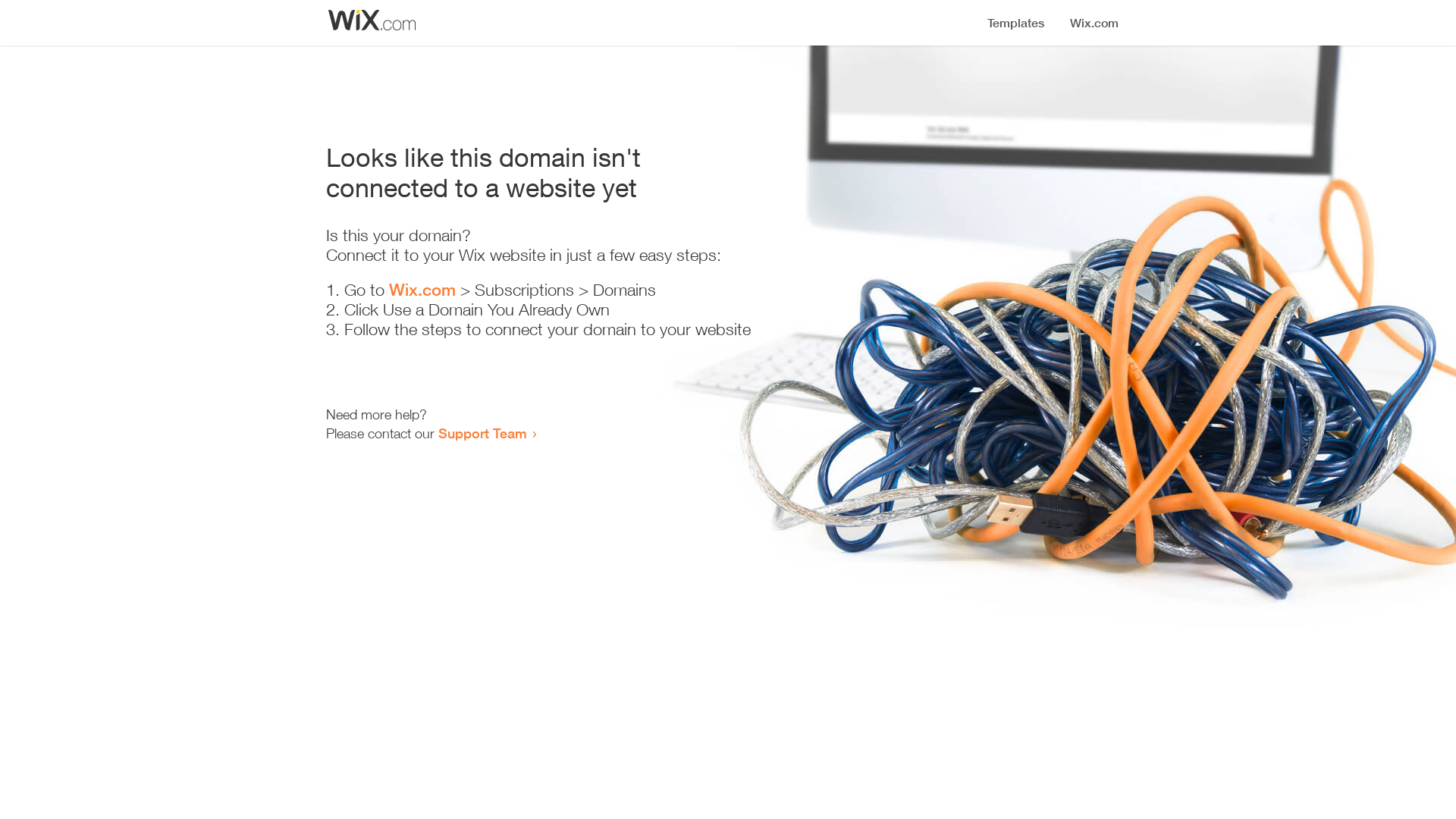 Image resolution: width=1456 pixels, height=819 pixels. Describe the element at coordinates (482, 432) in the screenshot. I see `'Support Team'` at that location.